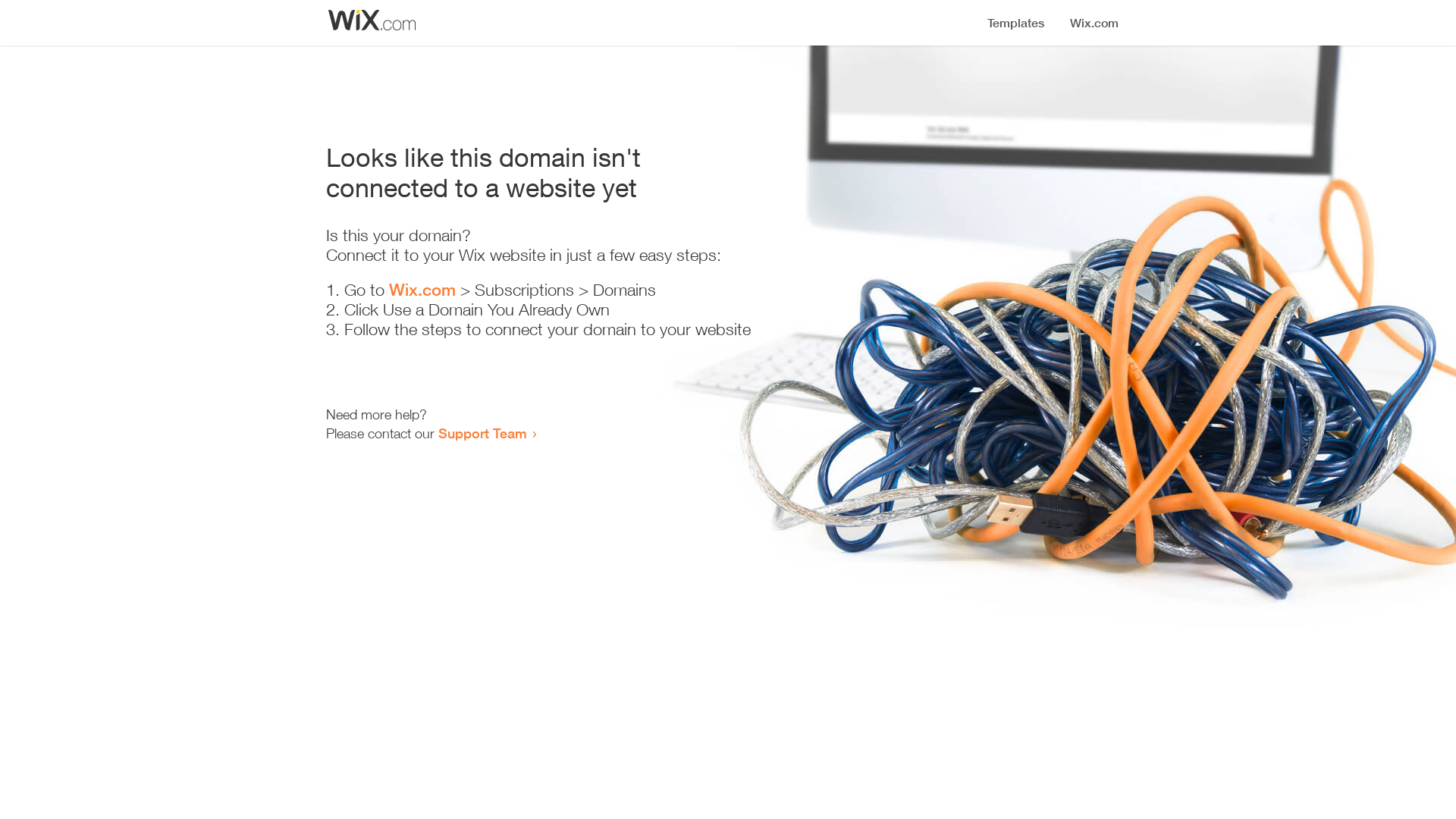 Image resolution: width=1456 pixels, height=819 pixels. Describe the element at coordinates (482, 432) in the screenshot. I see `'Support Team'` at that location.